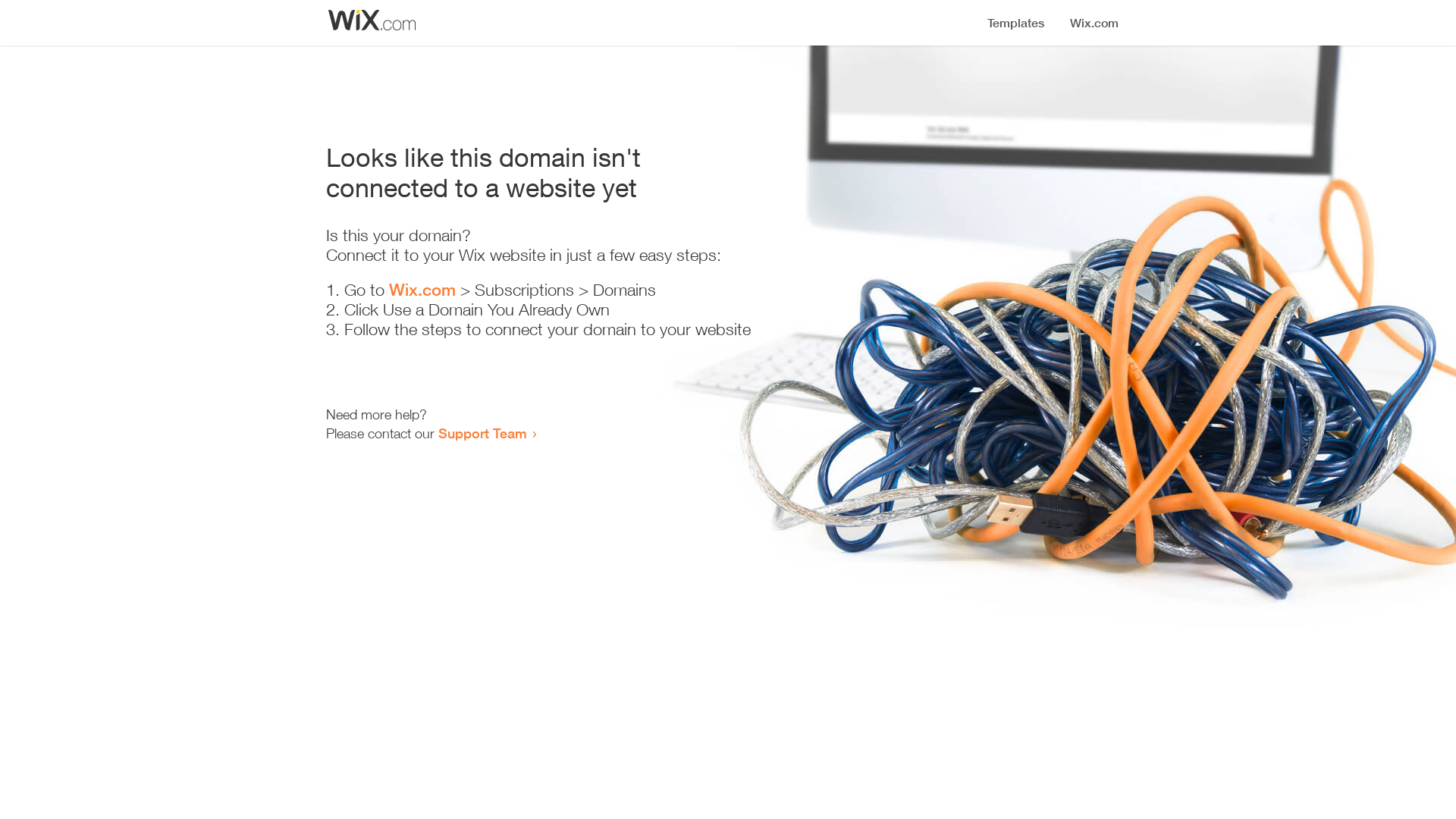 Image resolution: width=1456 pixels, height=819 pixels. Describe the element at coordinates (482, 432) in the screenshot. I see `'Support Team'` at that location.